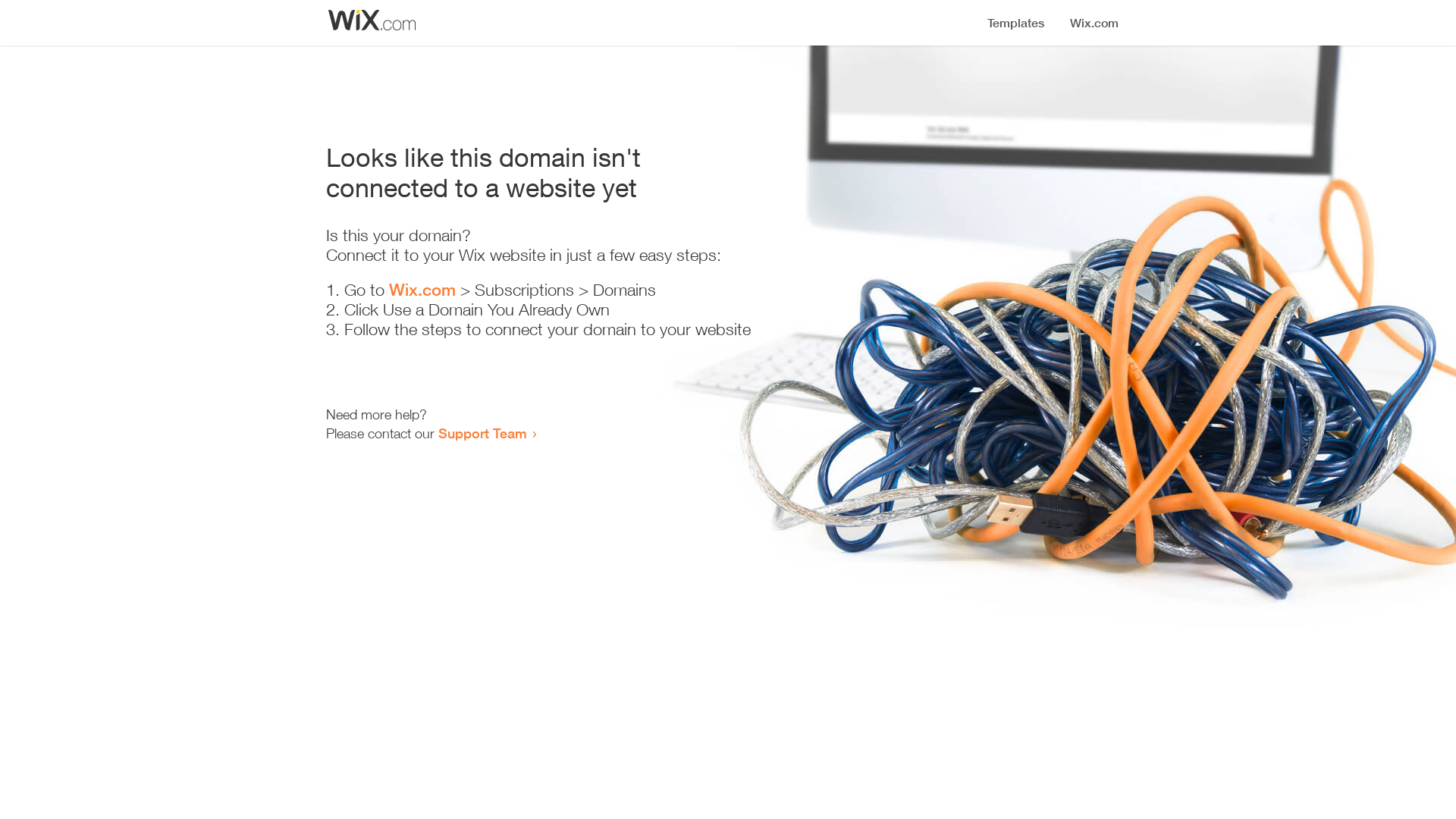 Image resolution: width=1456 pixels, height=819 pixels. Describe the element at coordinates (482, 432) in the screenshot. I see `'Support Team'` at that location.